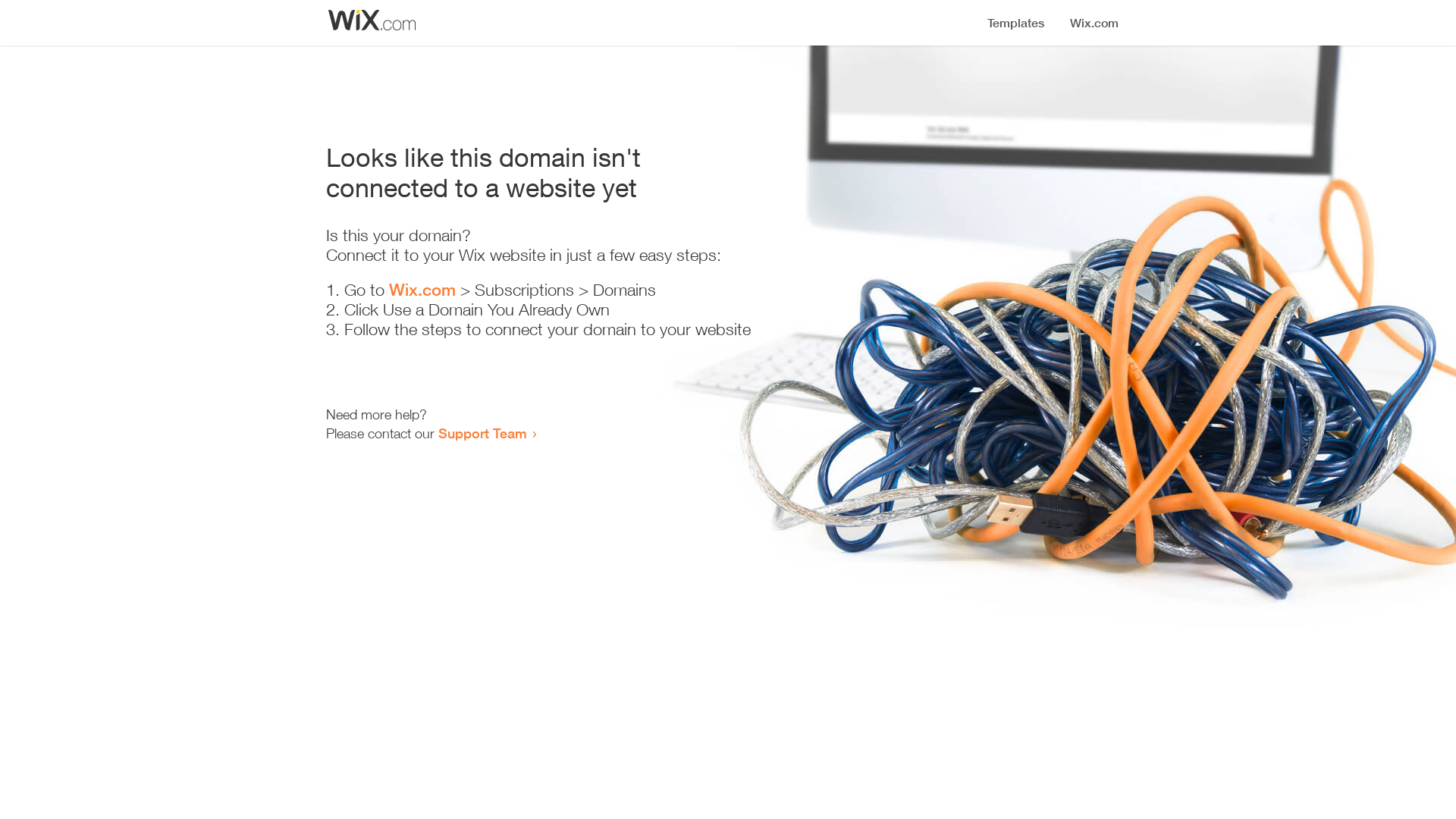 Image resolution: width=1456 pixels, height=819 pixels. Describe the element at coordinates (482, 432) in the screenshot. I see `'Support Team'` at that location.